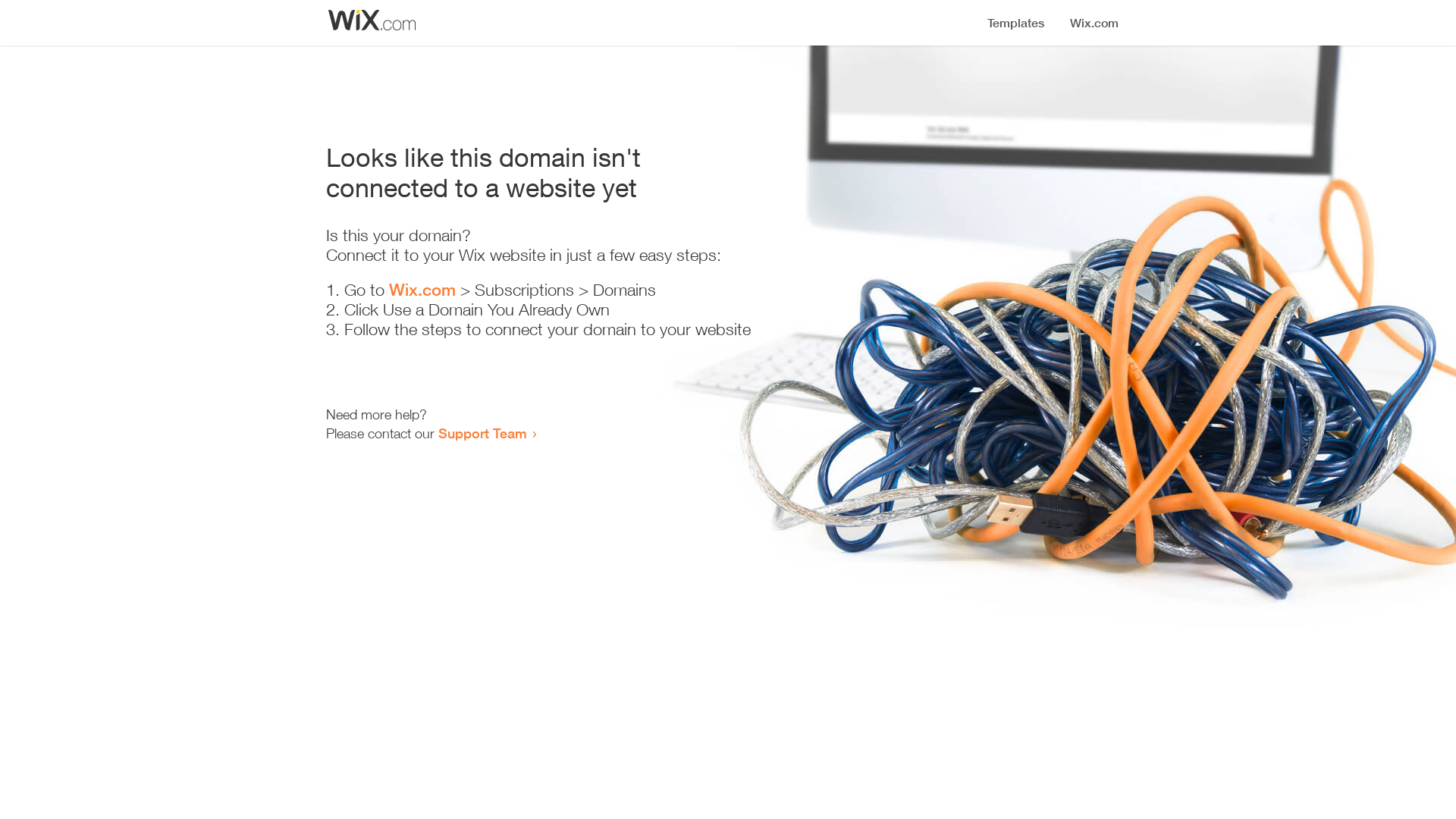 Image resolution: width=1456 pixels, height=819 pixels. Describe the element at coordinates (482, 432) in the screenshot. I see `'Support Team'` at that location.